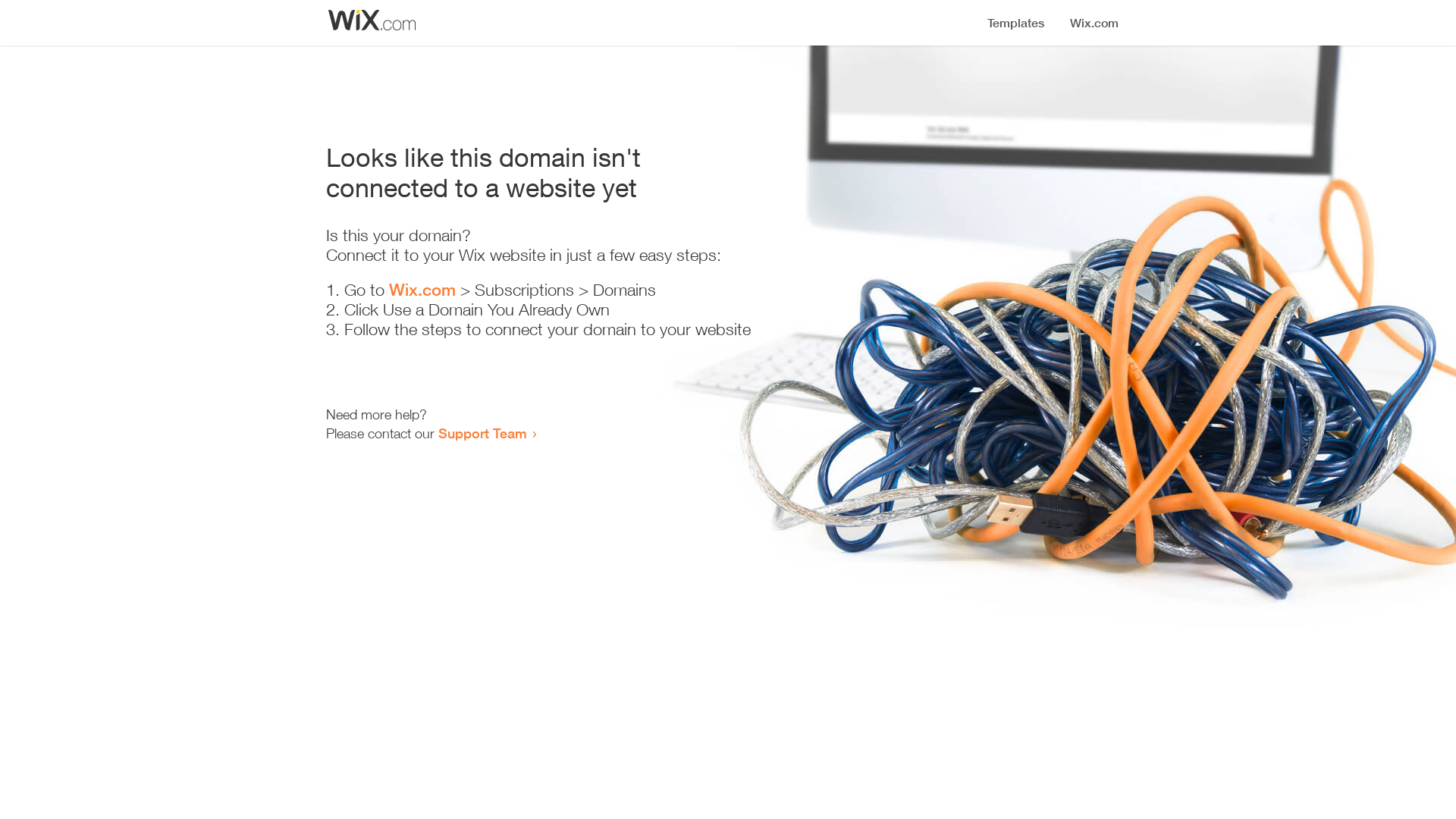 Image resolution: width=1456 pixels, height=819 pixels. Describe the element at coordinates (482, 432) in the screenshot. I see `'Support Team'` at that location.